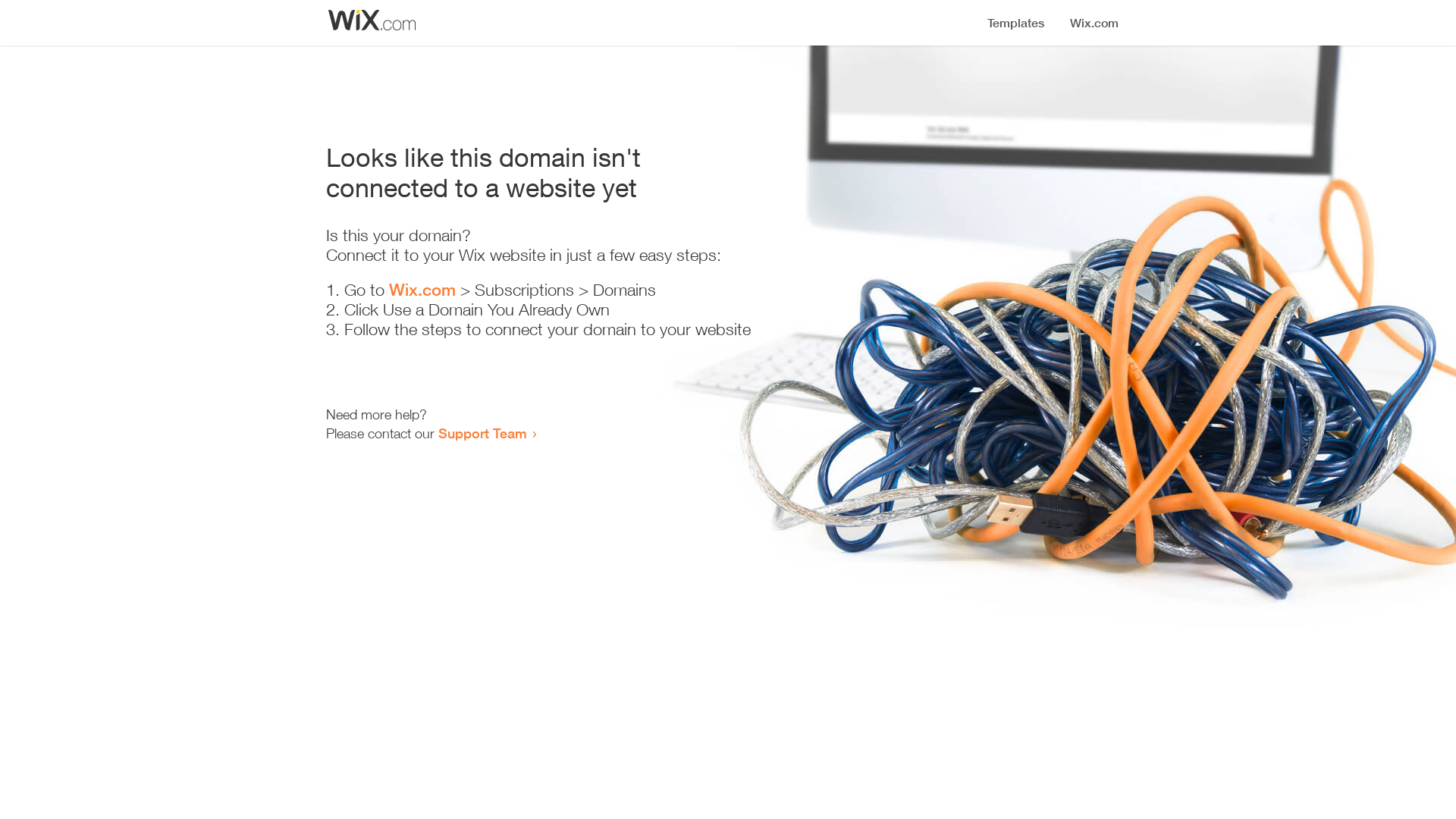 Image resolution: width=1456 pixels, height=819 pixels. Describe the element at coordinates (482, 432) in the screenshot. I see `'Support Team'` at that location.